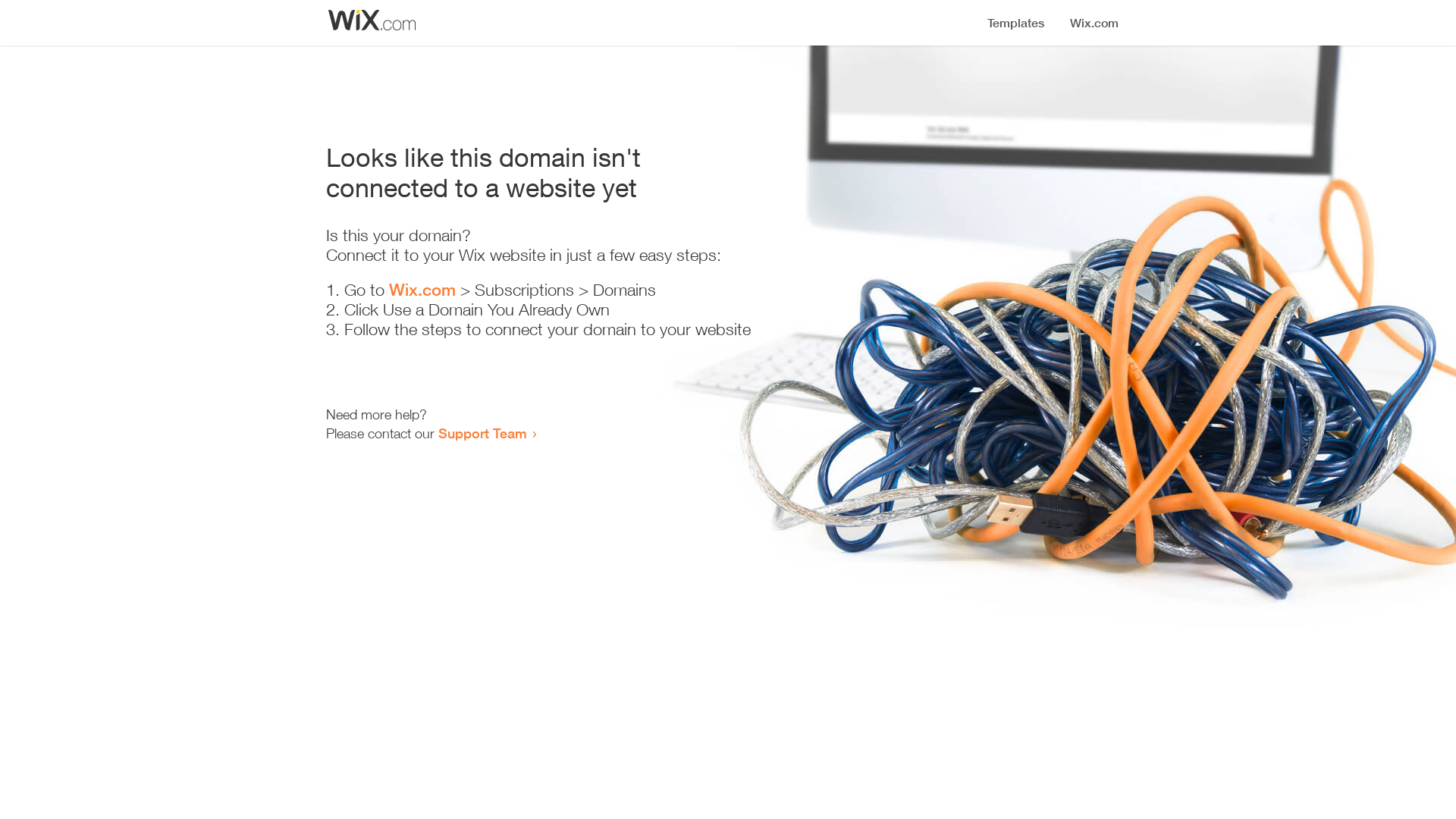 Image resolution: width=1456 pixels, height=819 pixels. Describe the element at coordinates (482, 432) in the screenshot. I see `'Support Team'` at that location.